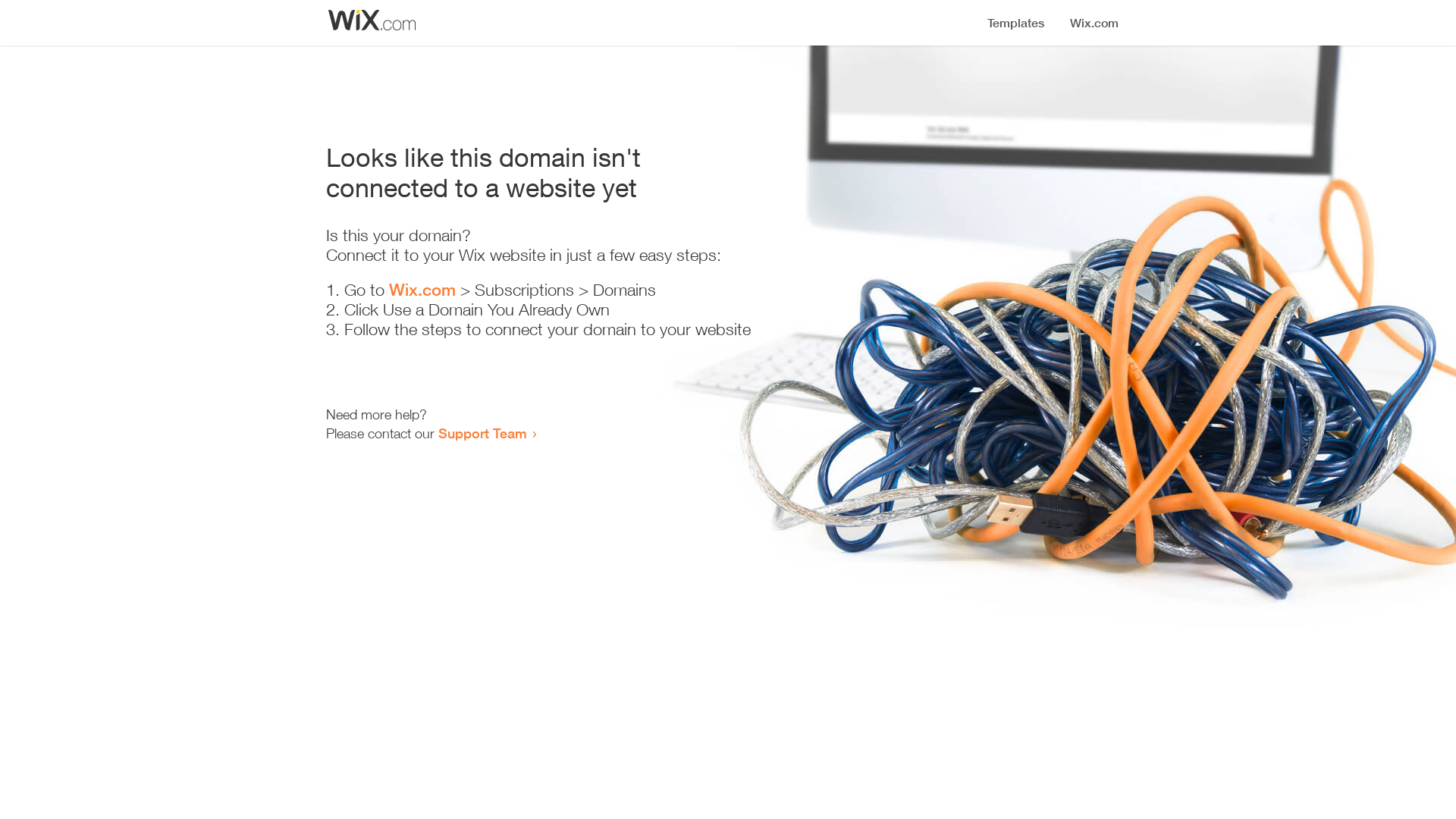 Image resolution: width=1456 pixels, height=819 pixels. Describe the element at coordinates (482, 432) in the screenshot. I see `'Support Team'` at that location.